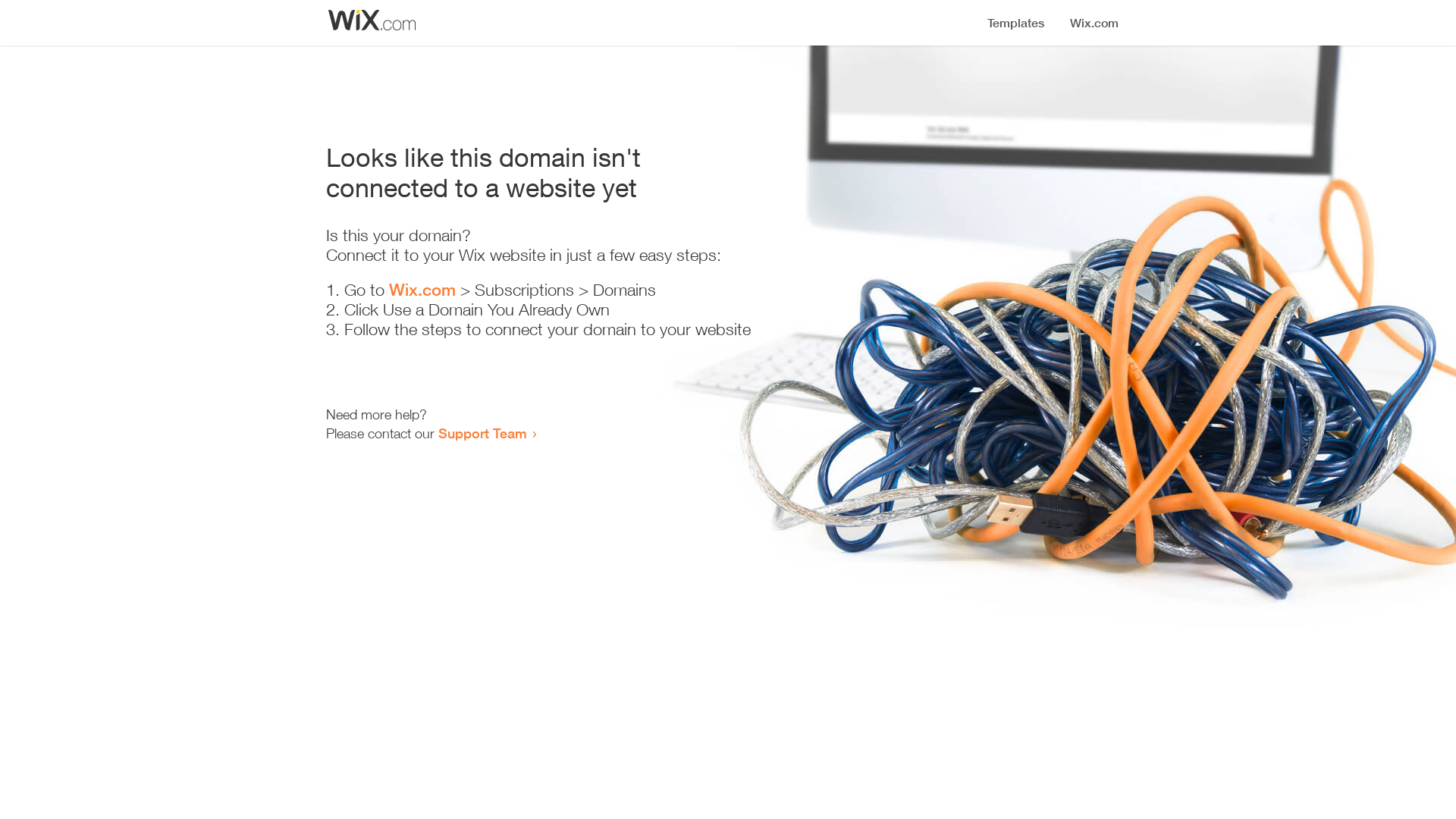 Image resolution: width=1456 pixels, height=819 pixels. Describe the element at coordinates (482, 432) in the screenshot. I see `'Support Team'` at that location.